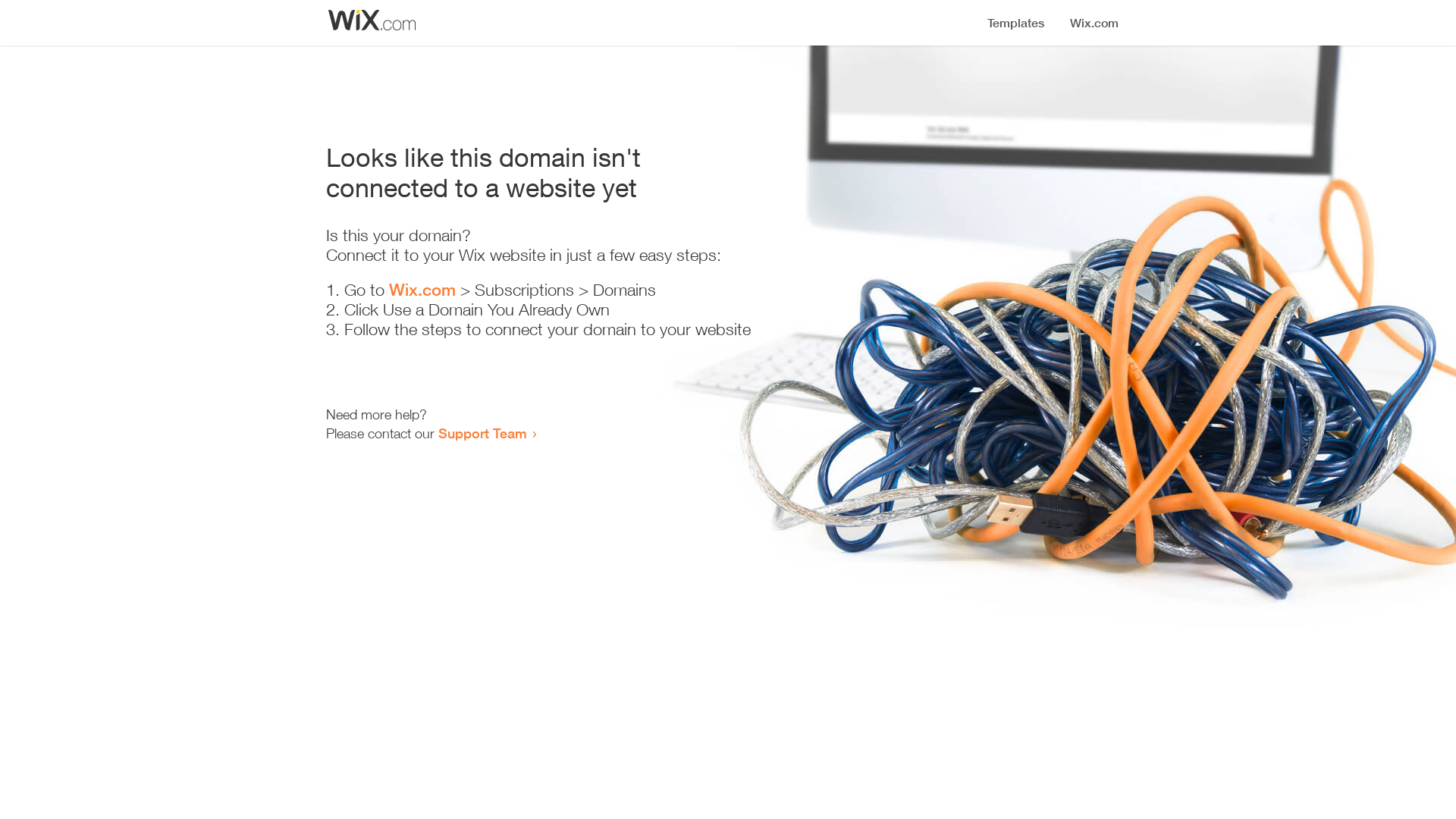 Image resolution: width=1456 pixels, height=819 pixels. Describe the element at coordinates (482, 432) in the screenshot. I see `'Support Team'` at that location.